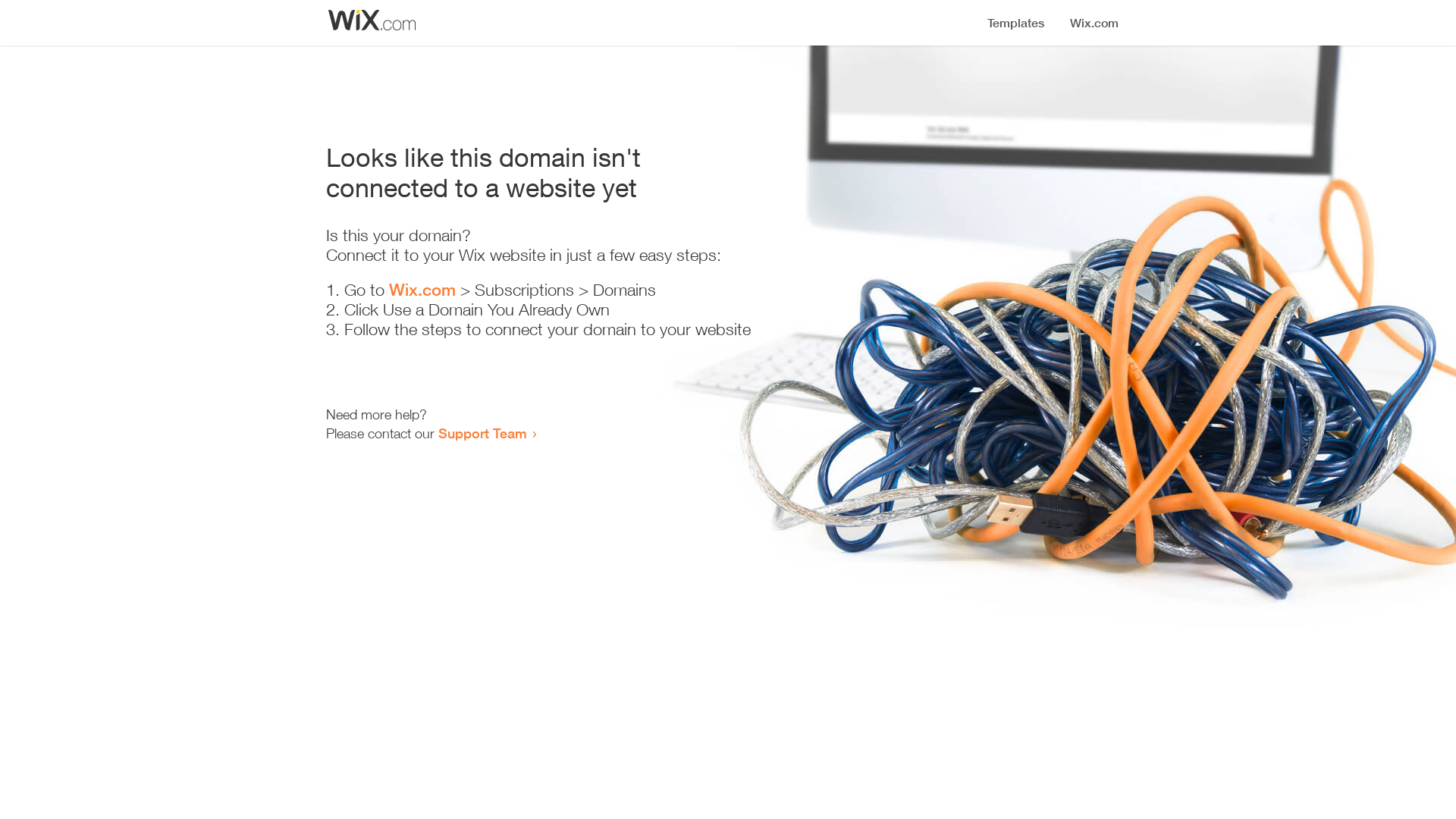 Image resolution: width=1456 pixels, height=819 pixels. Describe the element at coordinates (482, 432) in the screenshot. I see `'Support Team'` at that location.